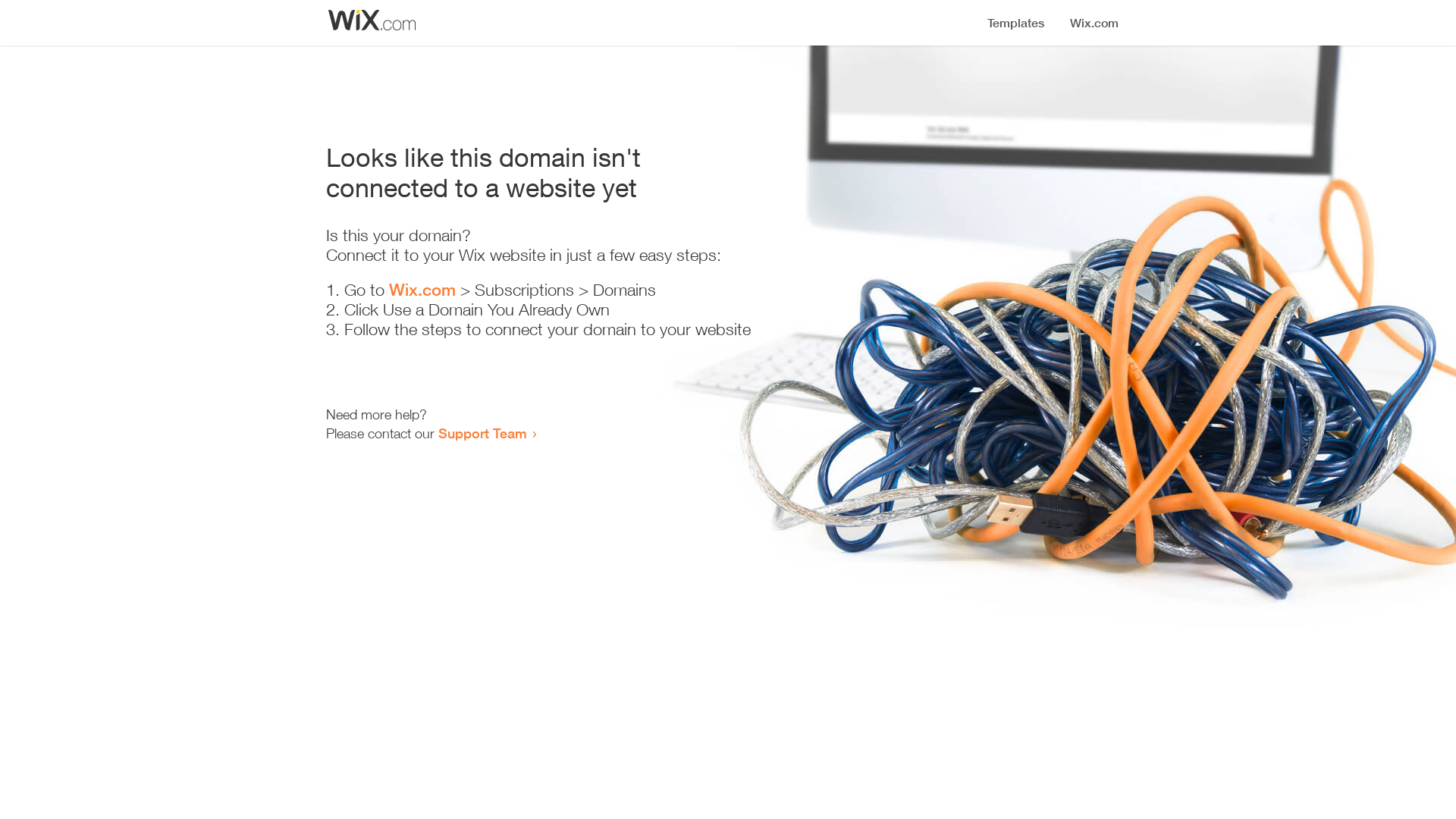 Image resolution: width=1456 pixels, height=819 pixels. Describe the element at coordinates (482, 432) in the screenshot. I see `'Support Team'` at that location.